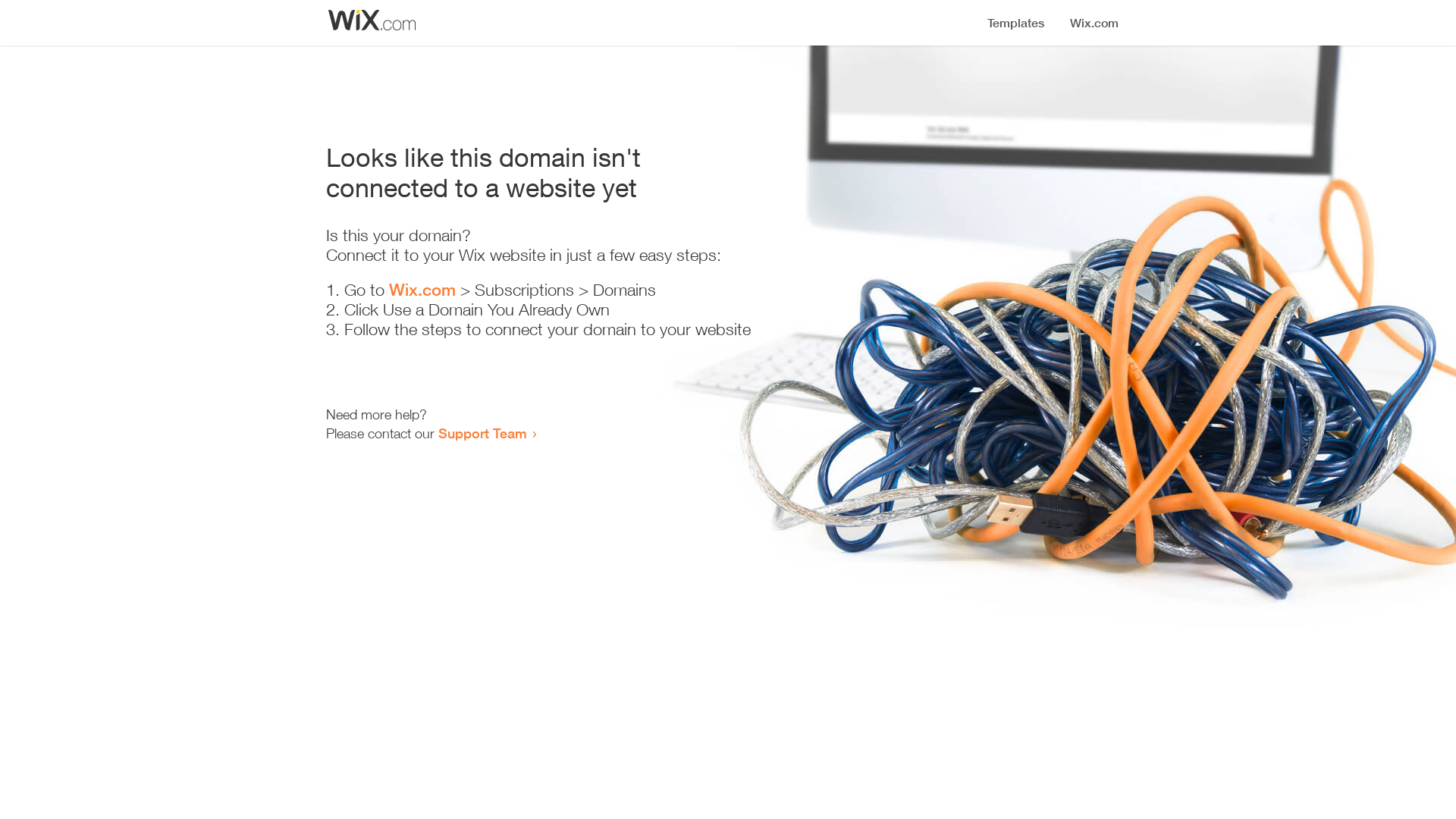 Image resolution: width=1456 pixels, height=819 pixels. Describe the element at coordinates (482, 432) in the screenshot. I see `'Support Team'` at that location.